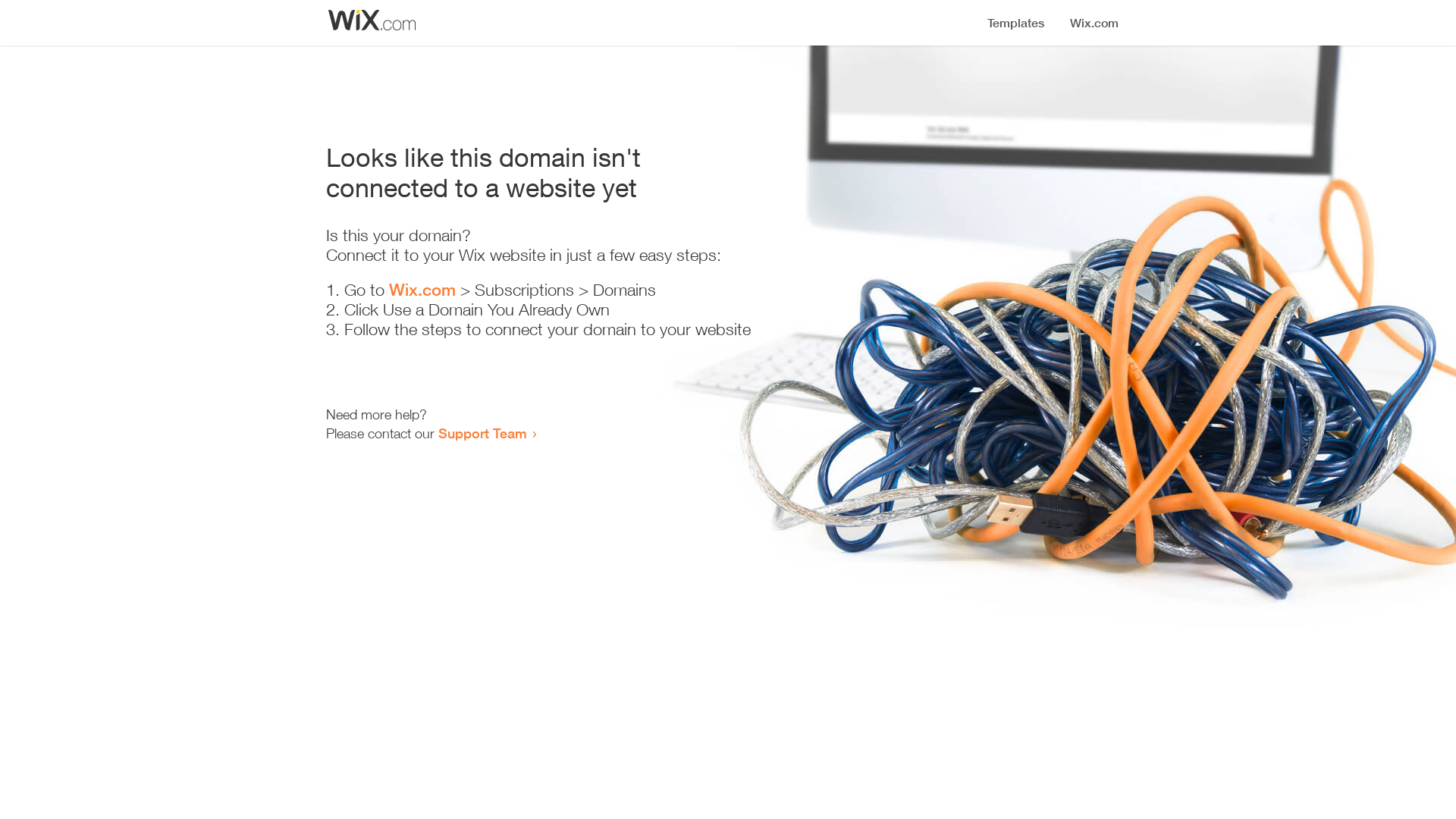 Image resolution: width=1456 pixels, height=819 pixels. Describe the element at coordinates (482, 432) in the screenshot. I see `'Support Team'` at that location.